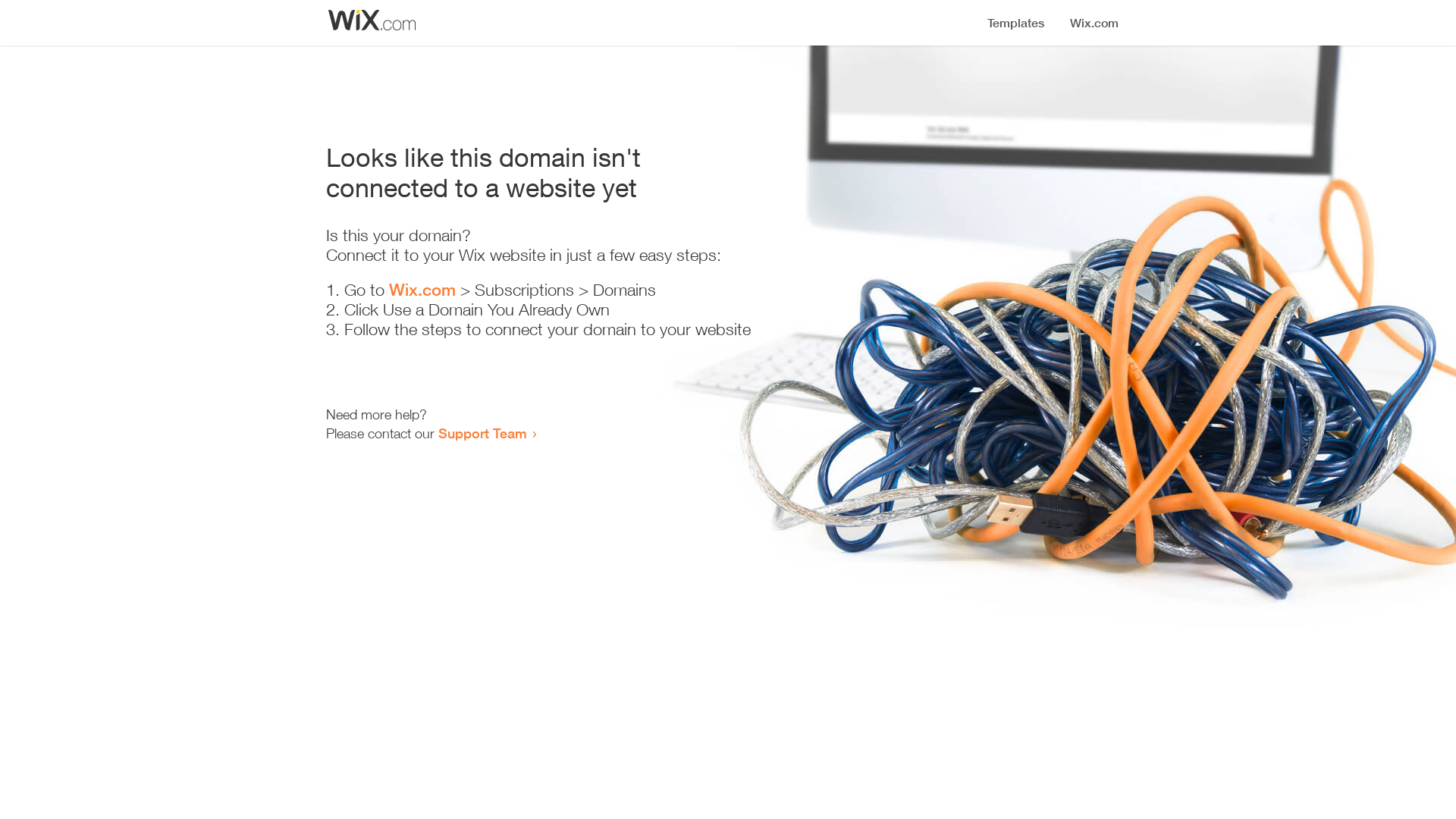 Image resolution: width=1456 pixels, height=819 pixels. Describe the element at coordinates (482, 432) in the screenshot. I see `'Support Team'` at that location.